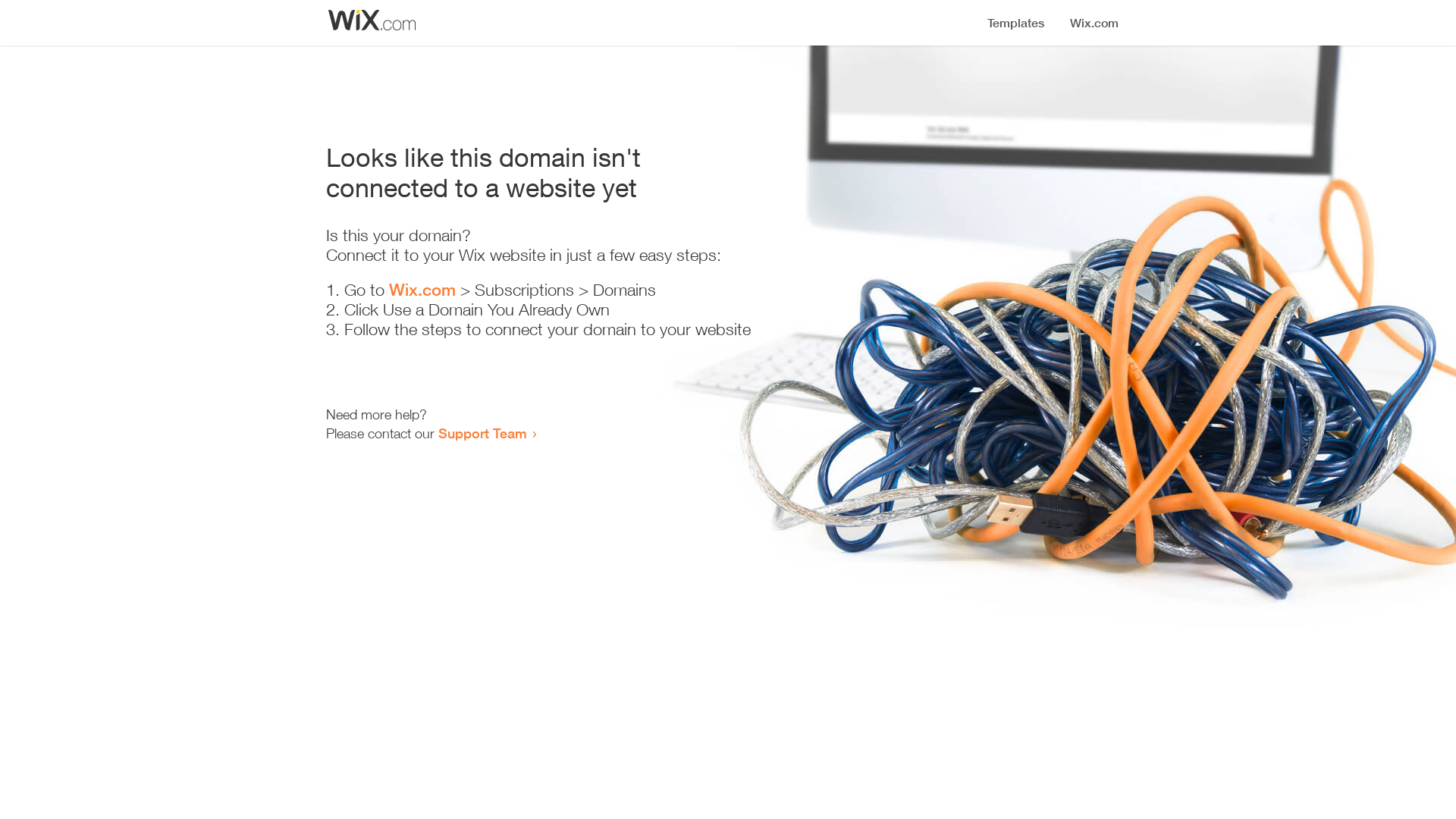 Image resolution: width=1456 pixels, height=819 pixels. Describe the element at coordinates (482, 432) in the screenshot. I see `'Support Team'` at that location.